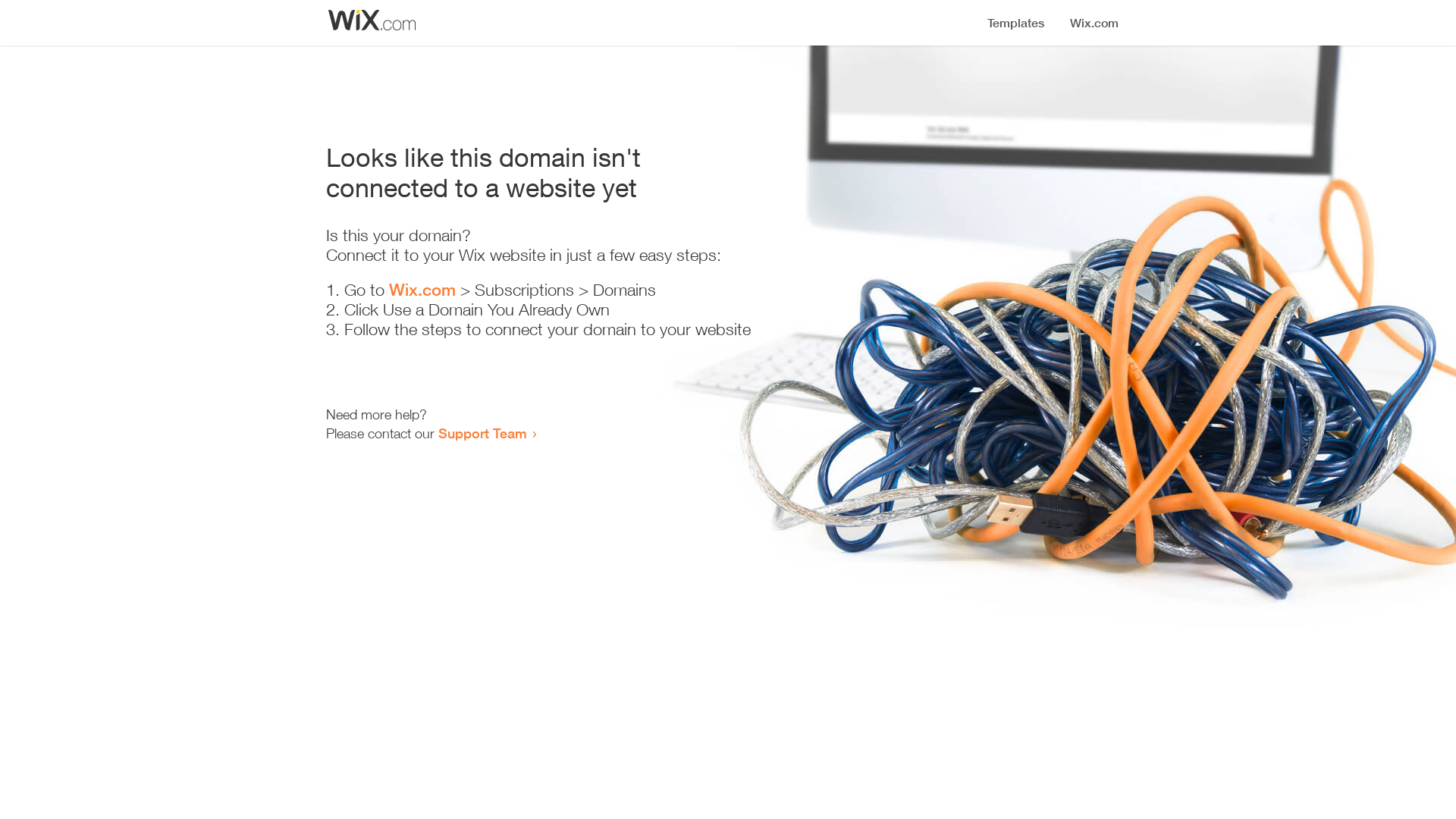 Image resolution: width=1456 pixels, height=819 pixels. Describe the element at coordinates (482, 432) in the screenshot. I see `'Support Team'` at that location.